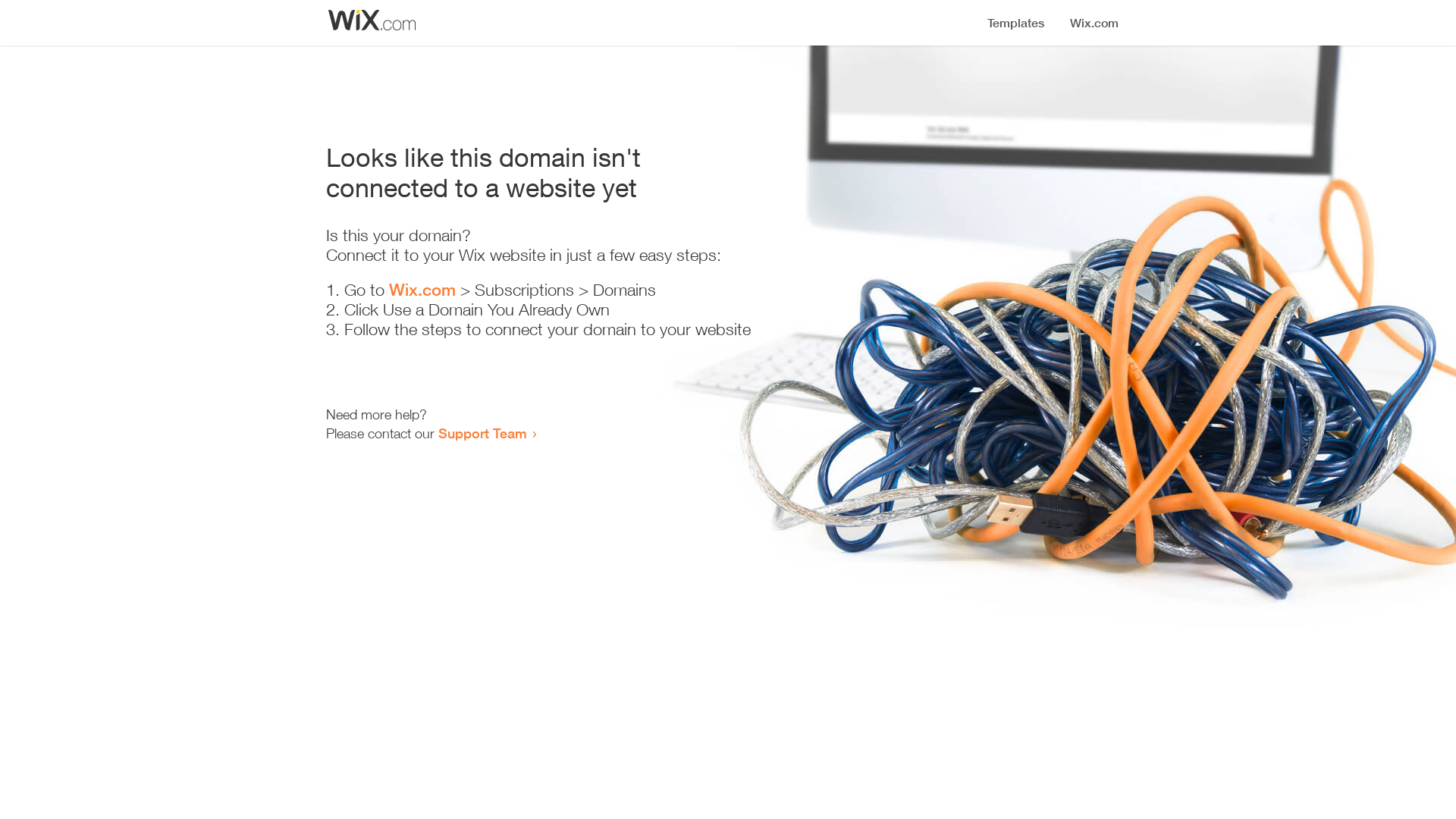 Image resolution: width=1456 pixels, height=819 pixels. Describe the element at coordinates (482, 432) in the screenshot. I see `'Support Team'` at that location.